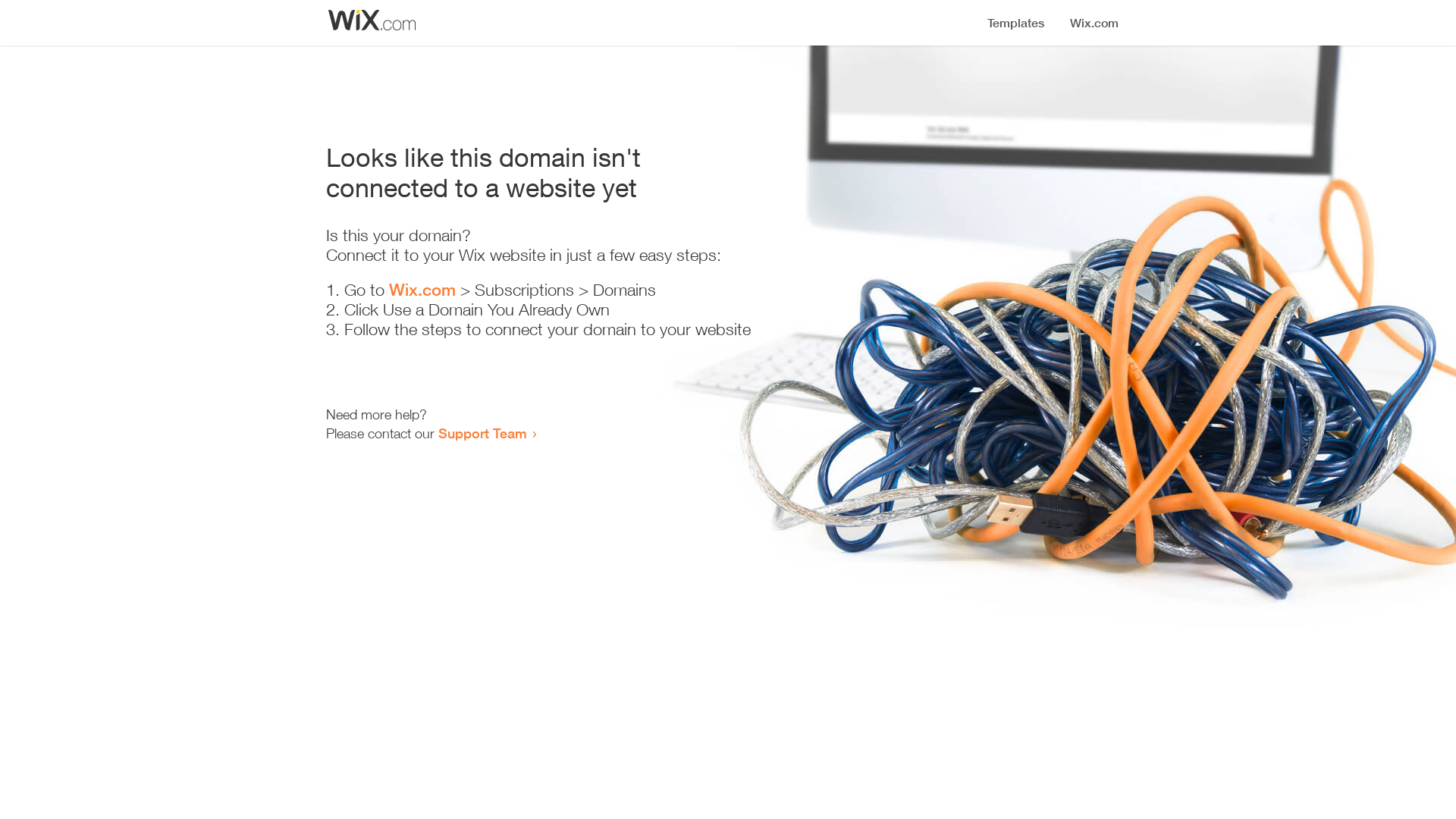 Image resolution: width=1456 pixels, height=819 pixels. Describe the element at coordinates (482, 432) in the screenshot. I see `'Support Team'` at that location.